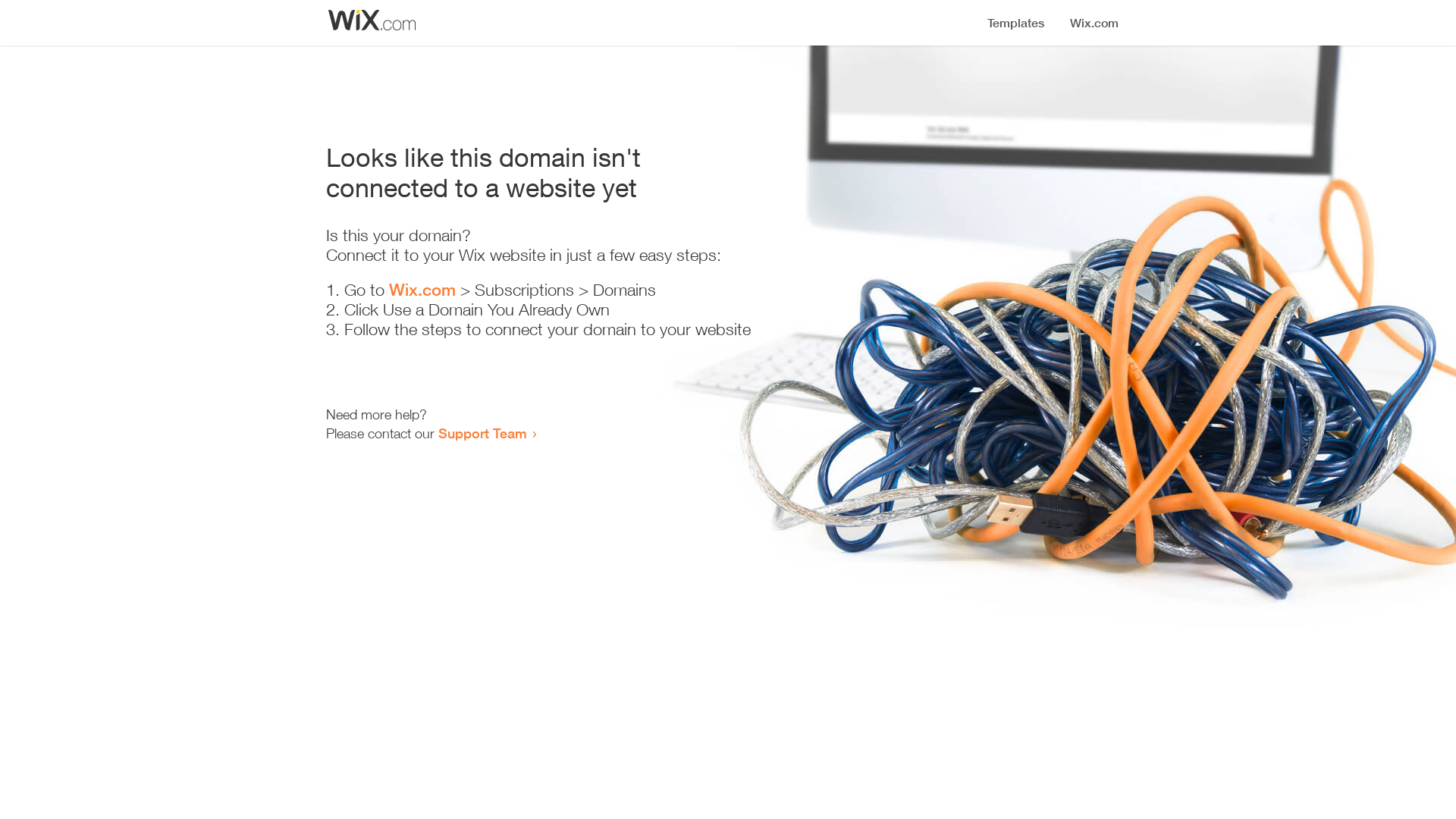 Image resolution: width=1456 pixels, height=819 pixels. Describe the element at coordinates (482, 432) in the screenshot. I see `'Support Team'` at that location.